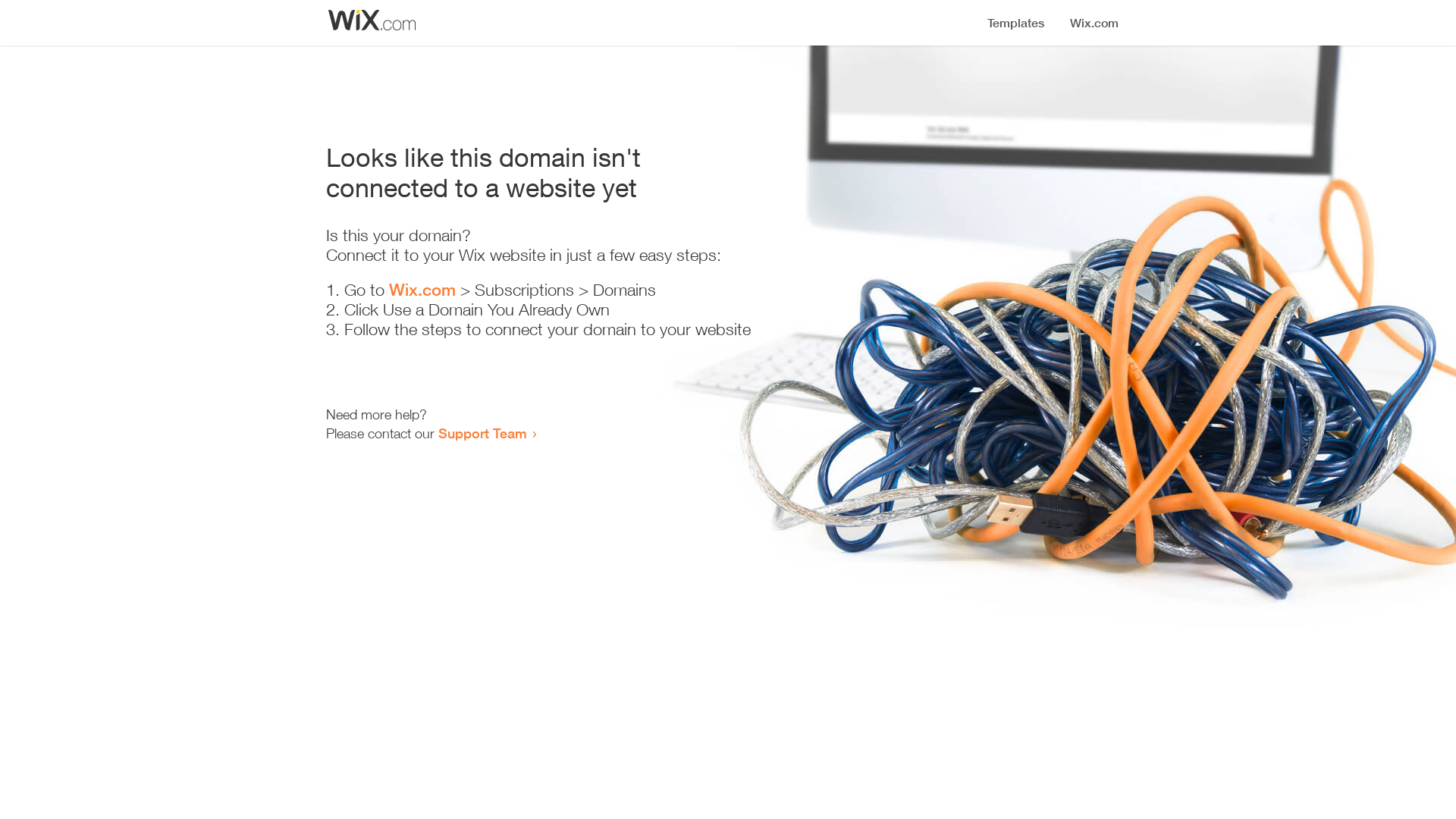 Image resolution: width=1456 pixels, height=819 pixels. Describe the element at coordinates (482, 432) in the screenshot. I see `'Support Team'` at that location.